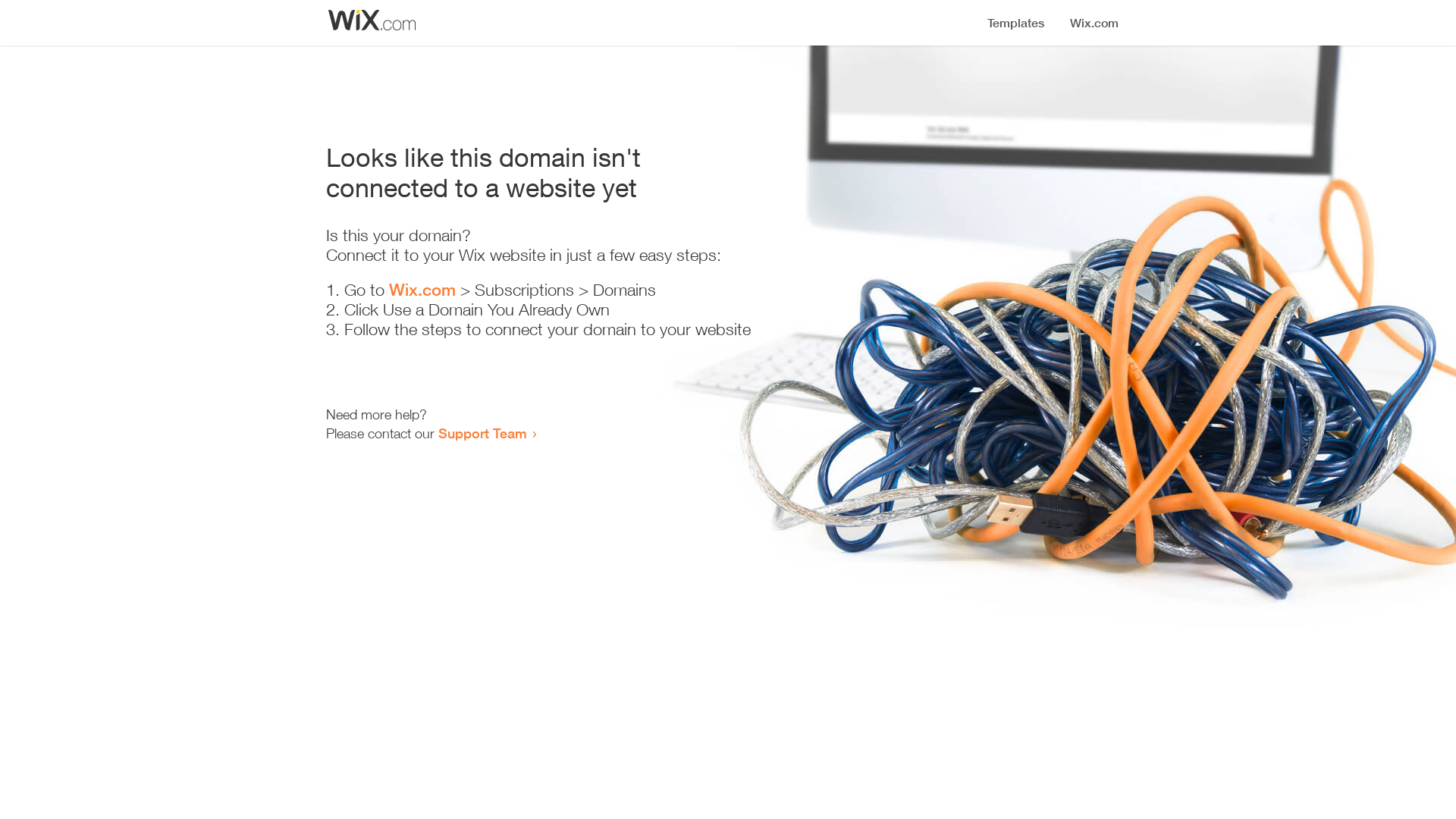 Image resolution: width=1456 pixels, height=819 pixels. Describe the element at coordinates (482, 432) in the screenshot. I see `'Support Team'` at that location.